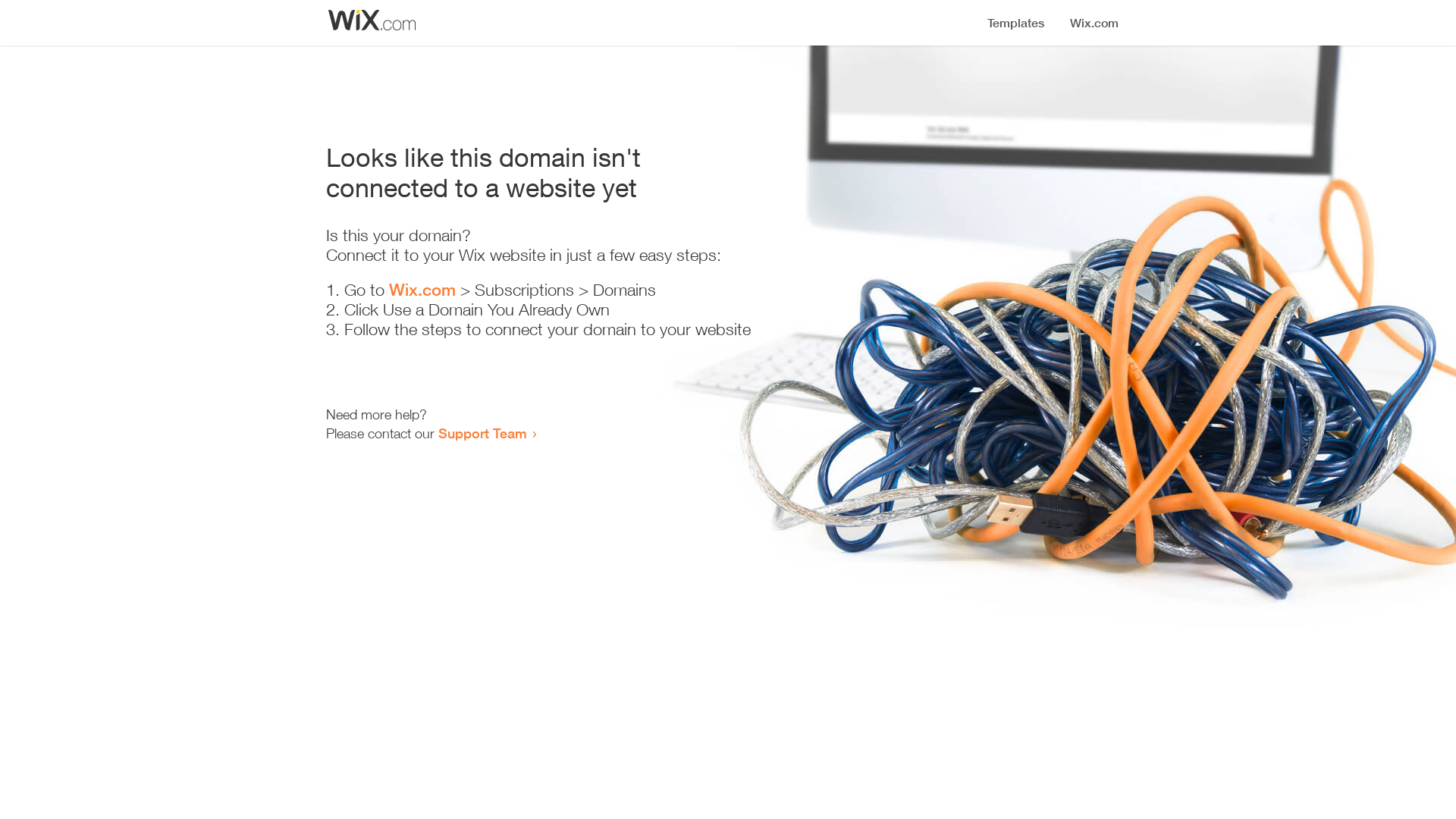 Image resolution: width=1456 pixels, height=819 pixels. Describe the element at coordinates (482, 432) in the screenshot. I see `'Support Team'` at that location.